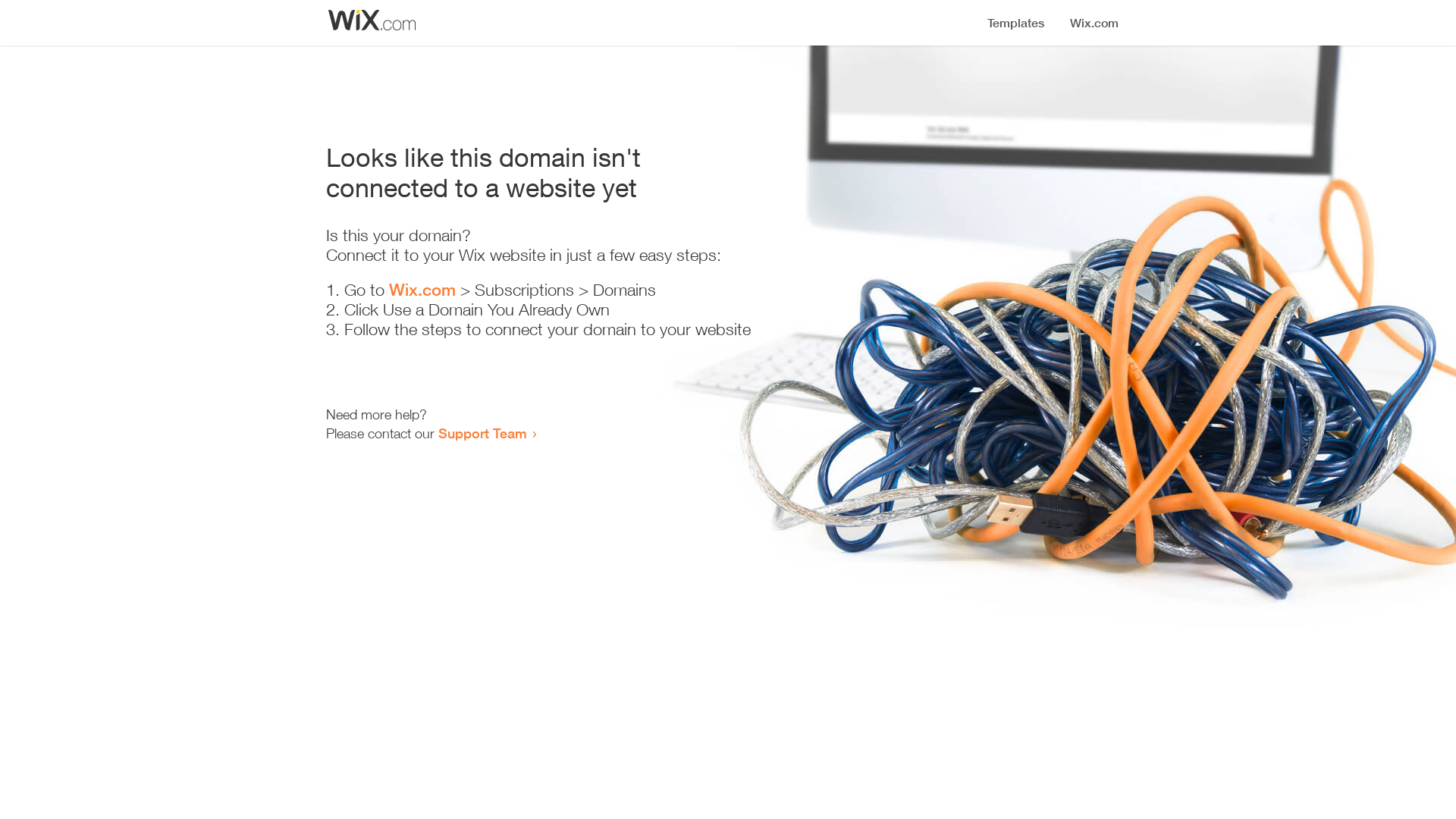 Image resolution: width=1456 pixels, height=819 pixels. Describe the element at coordinates (482, 432) in the screenshot. I see `'Support Team'` at that location.